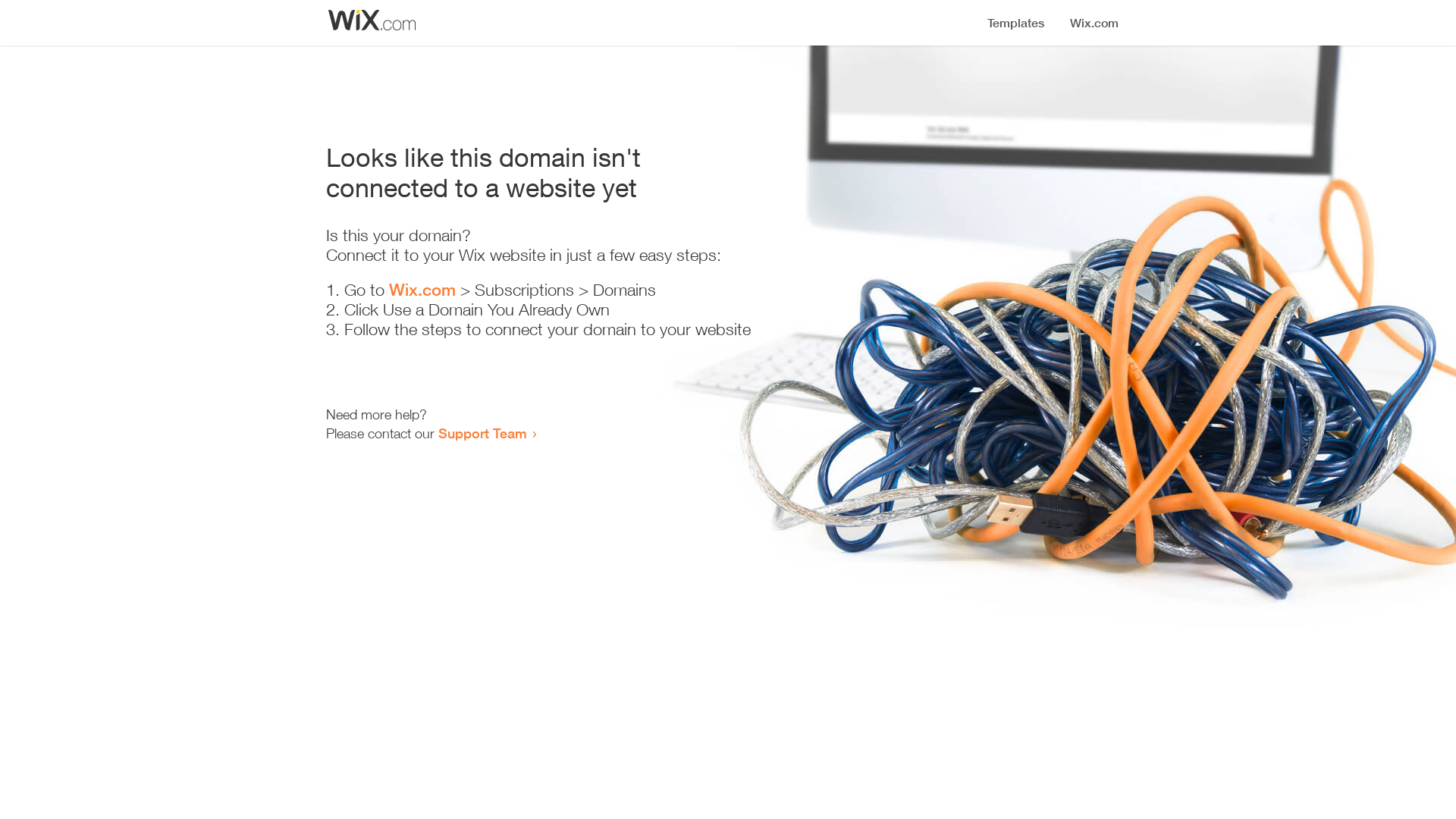 Image resolution: width=1456 pixels, height=819 pixels. Describe the element at coordinates (482, 432) in the screenshot. I see `'Support Team'` at that location.